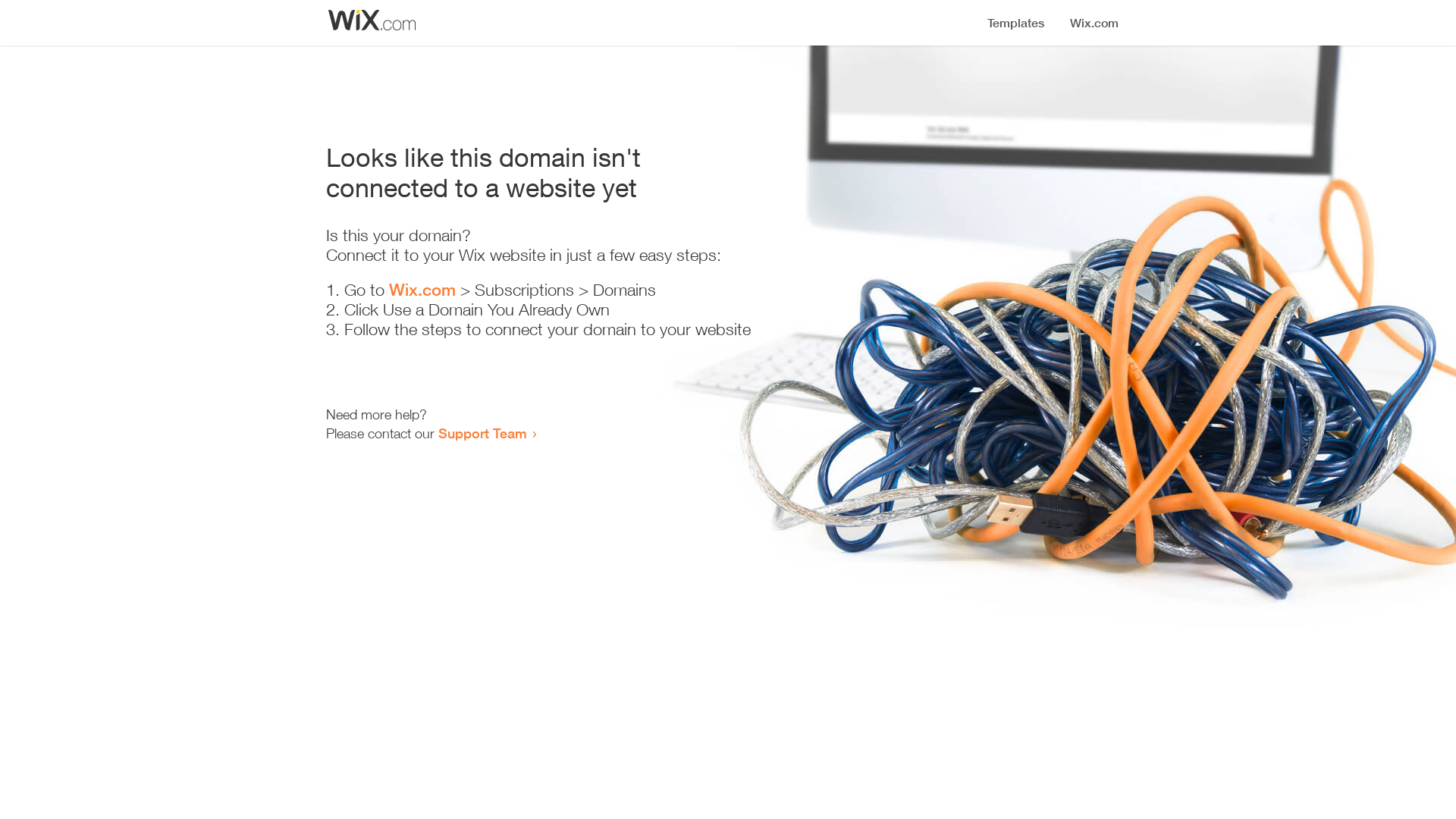 Image resolution: width=1456 pixels, height=819 pixels. Describe the element at coordinates (482, 432) in the screenshot. I see `'Support Team'` at that location.